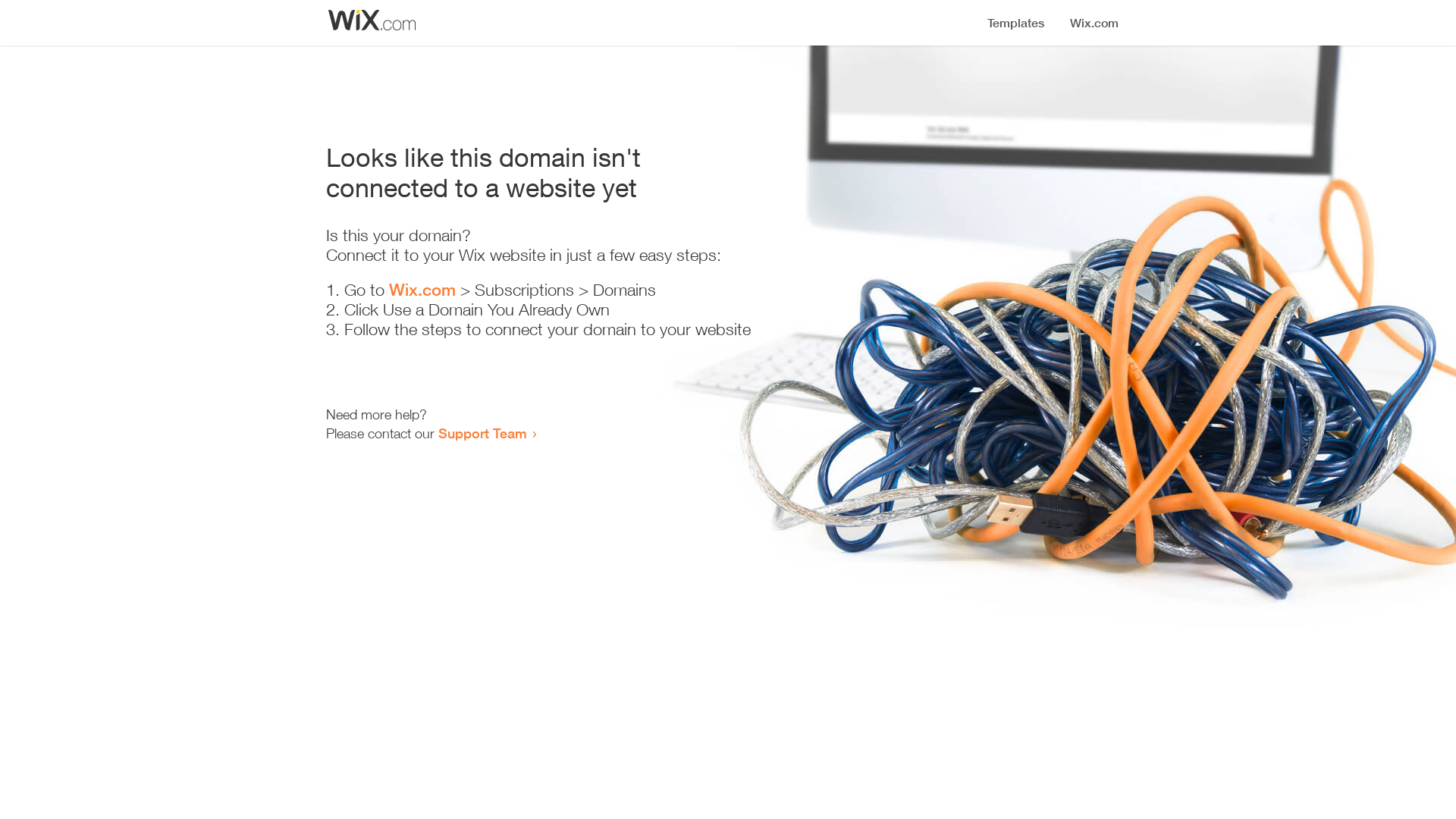 Image resolution: width=1456 pixels, height=819 pixels. Describe the element at coordinates (482, 432) in the screenshot. I see `'Support Team'` at that location.